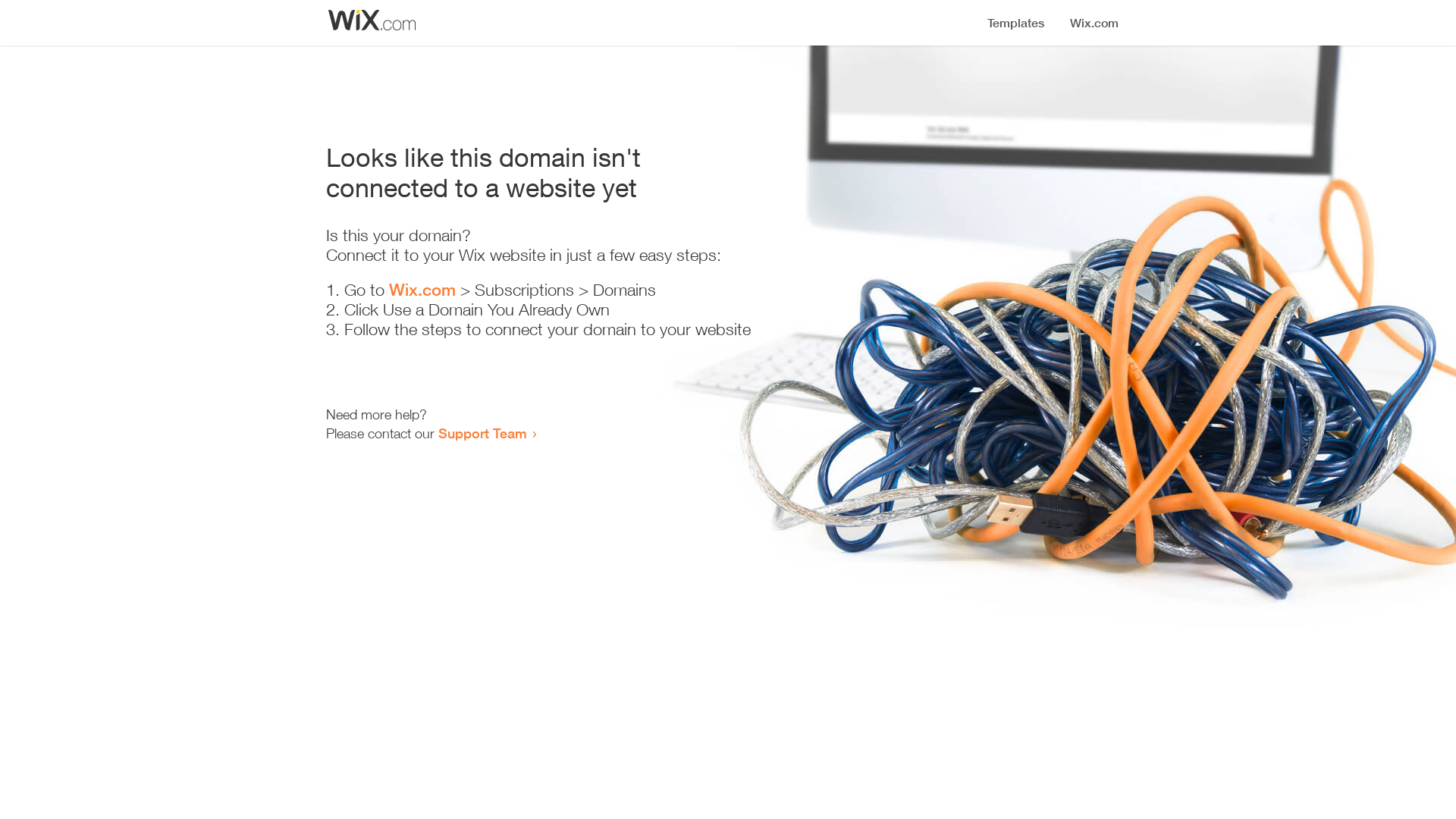 Image resolution: width=1456 pixels, height=819 pixels. Describe the element at coordinates (482, 432) in the screenshot. I see `'Support Team'` at that location.